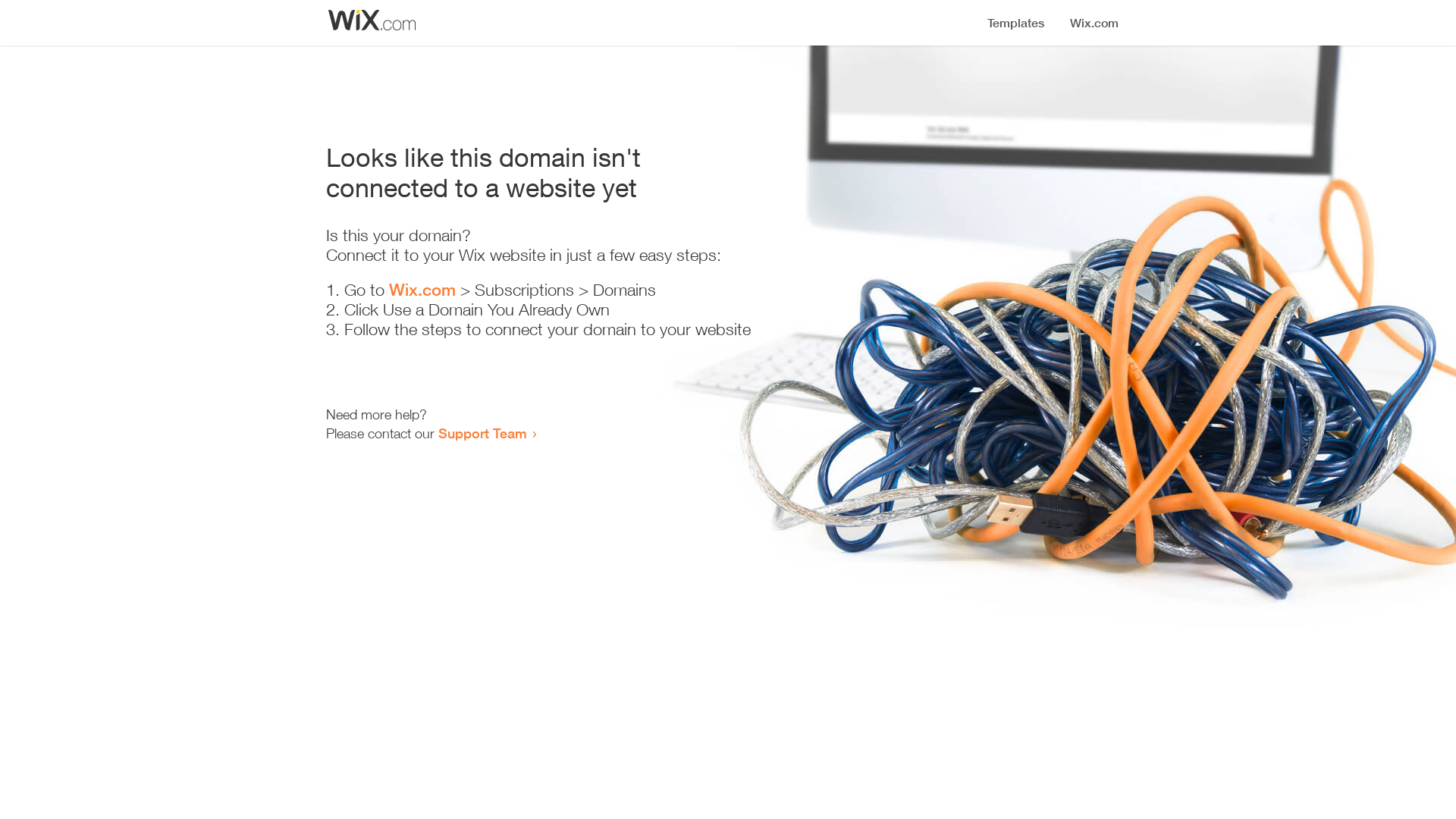 Image resolution: width=1456 pixels, height=819 pixels. Describe the element at coordinates (482, 432) in the screenshot. I see `'Support Team'` at that location.